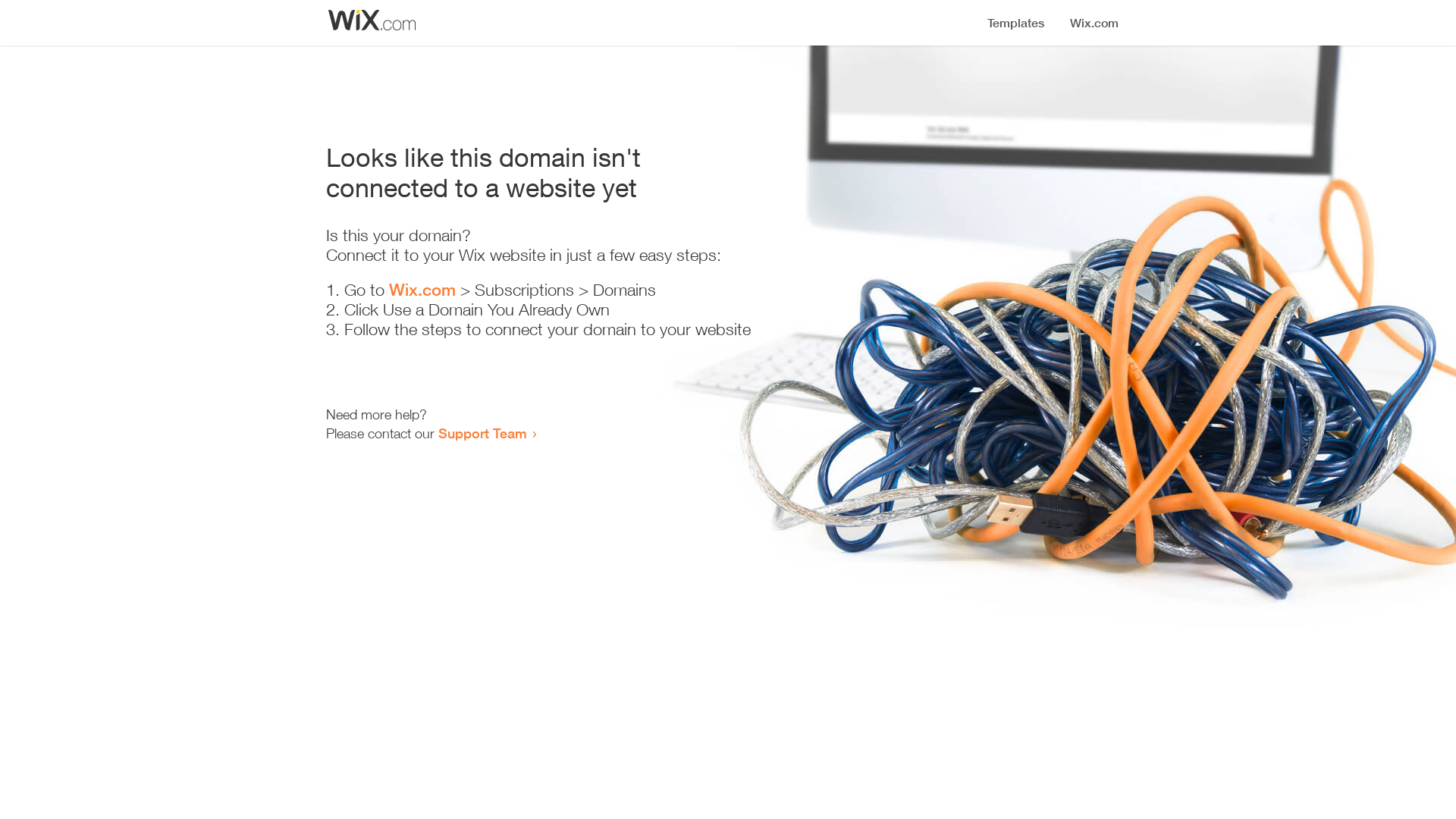 Image resolution: width=1456 pixels, height=819 pixels. Describe the element at coordinates (482, 432) in the screenshot. I see `'Support Team'` at that location.